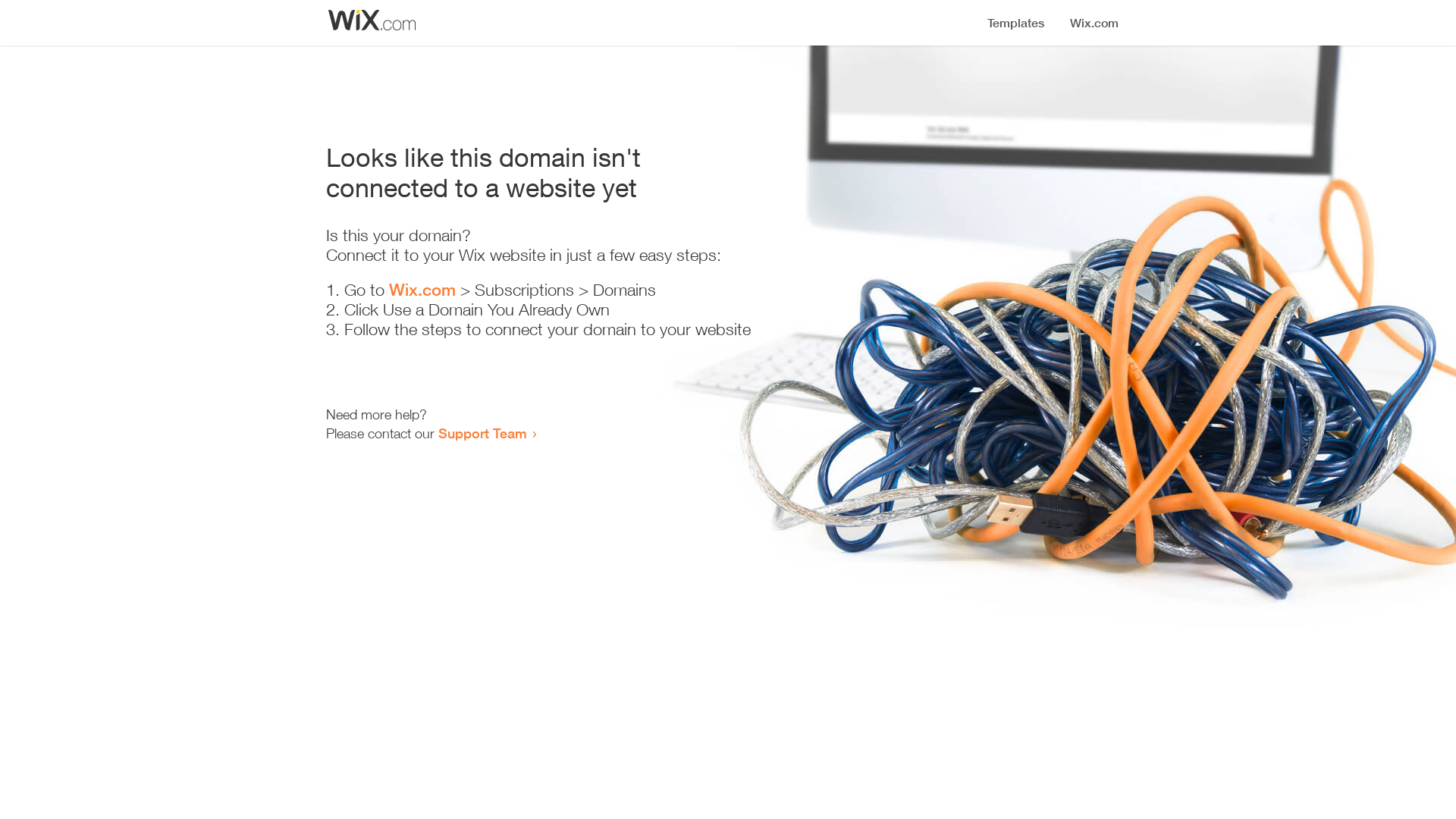 Image resolution: width=1456 pixels, height=819 pixels. Describe the element at coordinates (482, 432) in the screenshot. I see `'Support Team'` at that location.